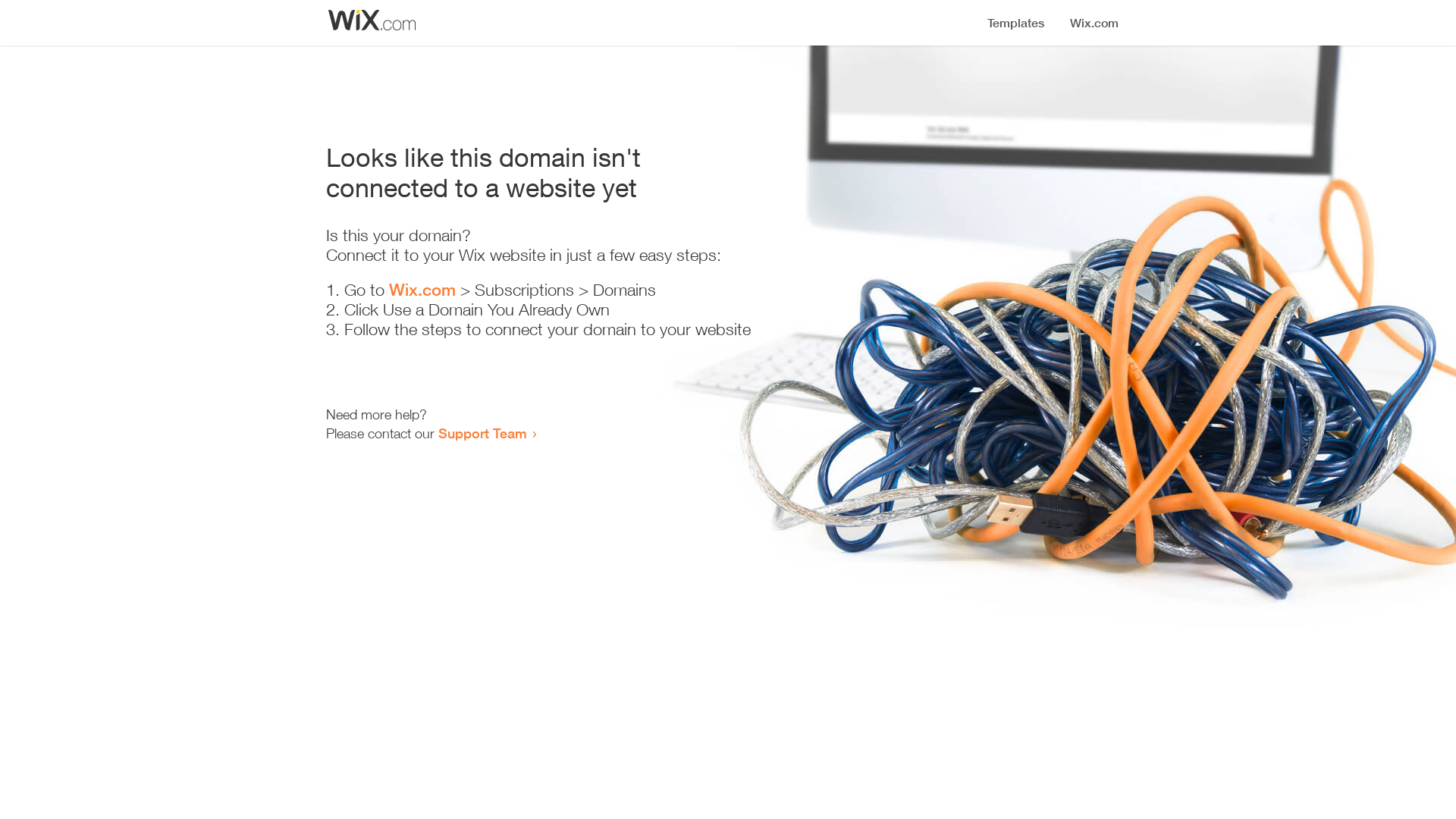 Image resolution: width=1456 pixels, height=819 pixels. Describe the element at coordinates (482, 432) in the screenshot. I see `'Support Team'` at that location.